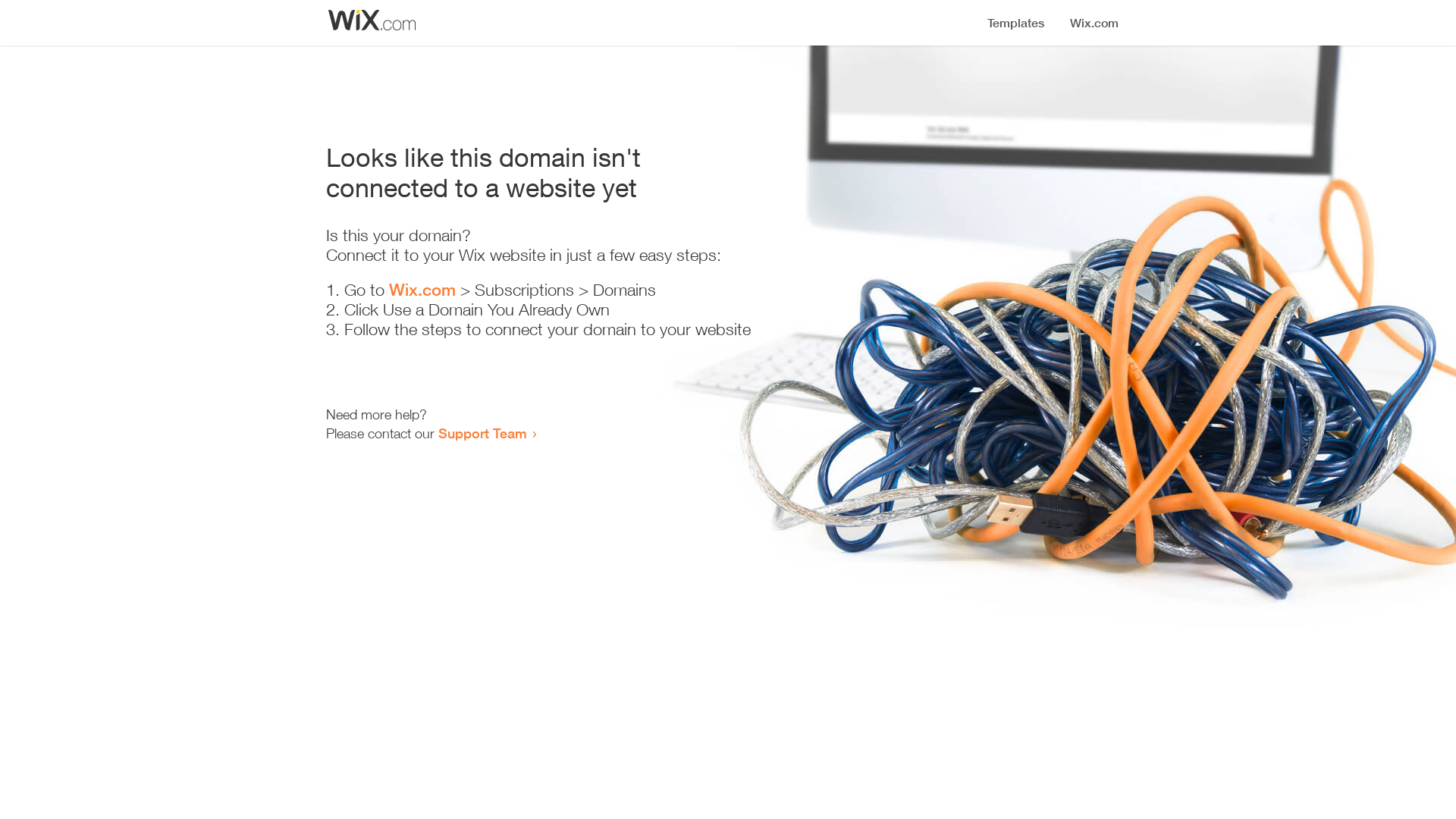 Image resolution: width=1456 pixels, height=819 pixels. Describe the element at coordinates (482, 432) in the screenshot. I see `'Support Team'` at that location.